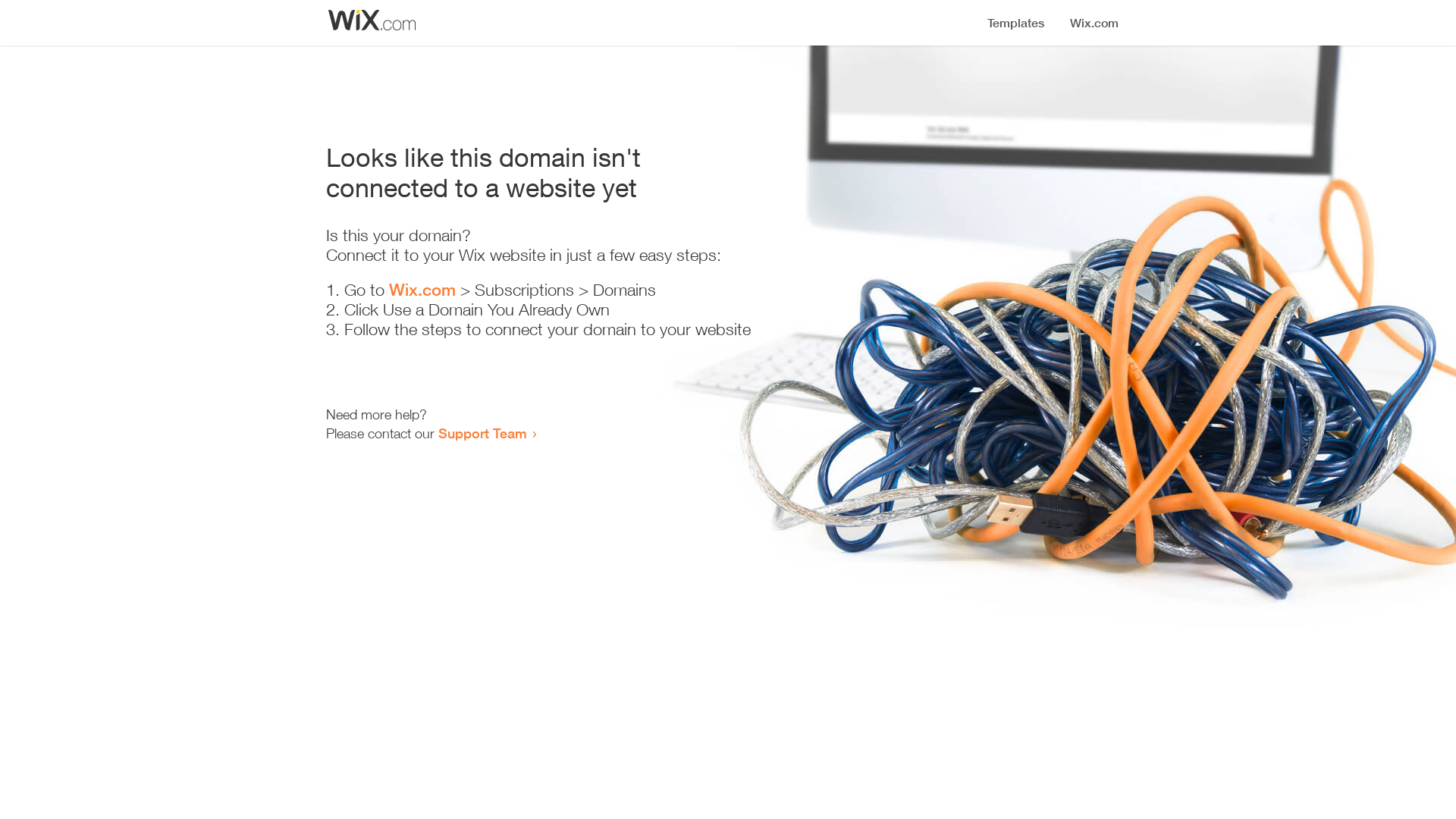 Image resolution: width=1456 pixels, height=819 pixels. Describe the element at coordinates (482, 432) in the screenshot. I see `'Support Team'` at that location.